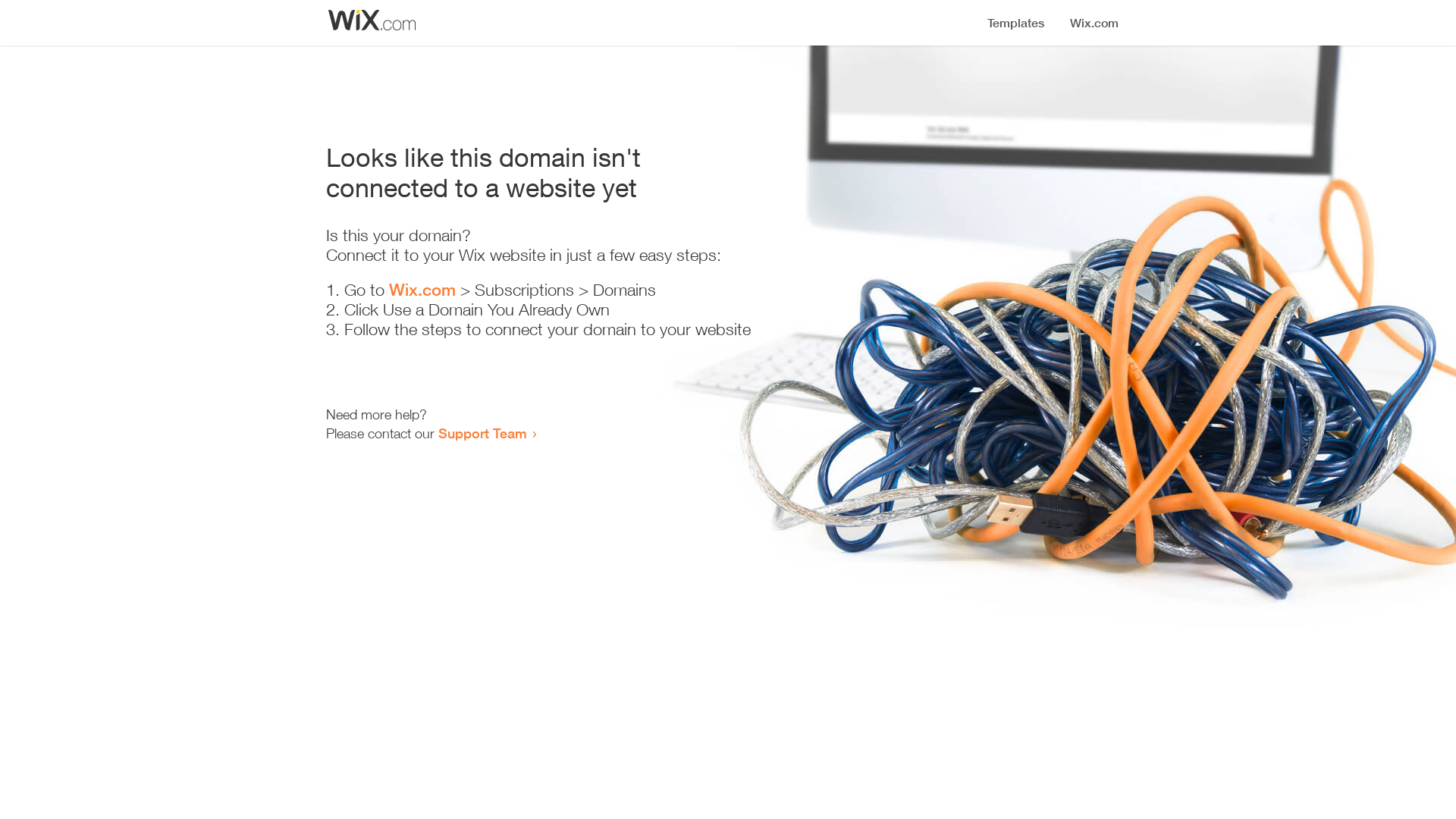 Image resolution: width=1456 pixels, height=819 pixels. Describe the element at coordinates (482, 432) in the screenshot. I see `'Support Team'` at that location.